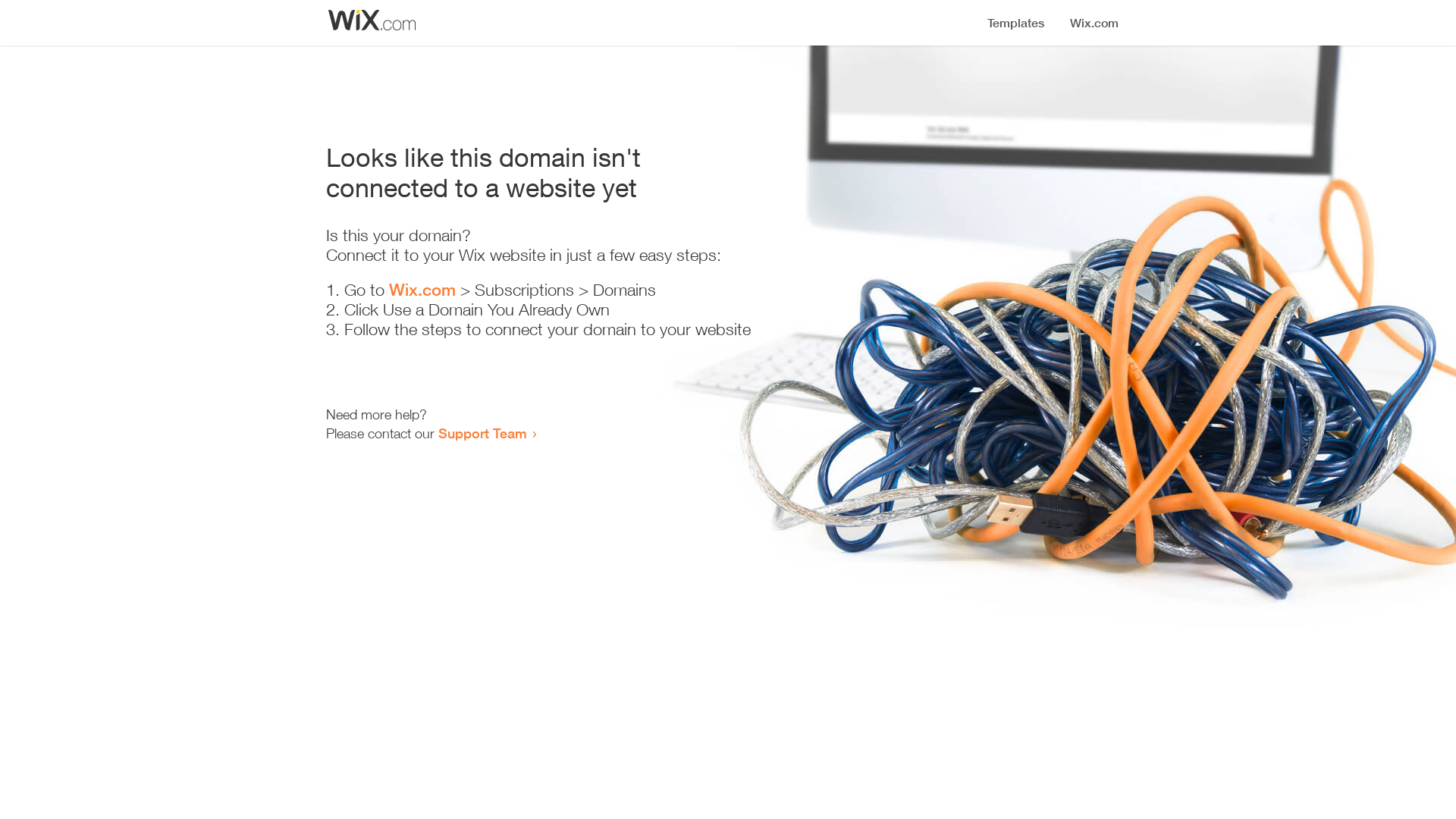 Image resolution: width=1456 pixels, height=819 pixels. Describe the element at coordinates (482, 432) in the screenshot. I see `'Support Team'` at that location.